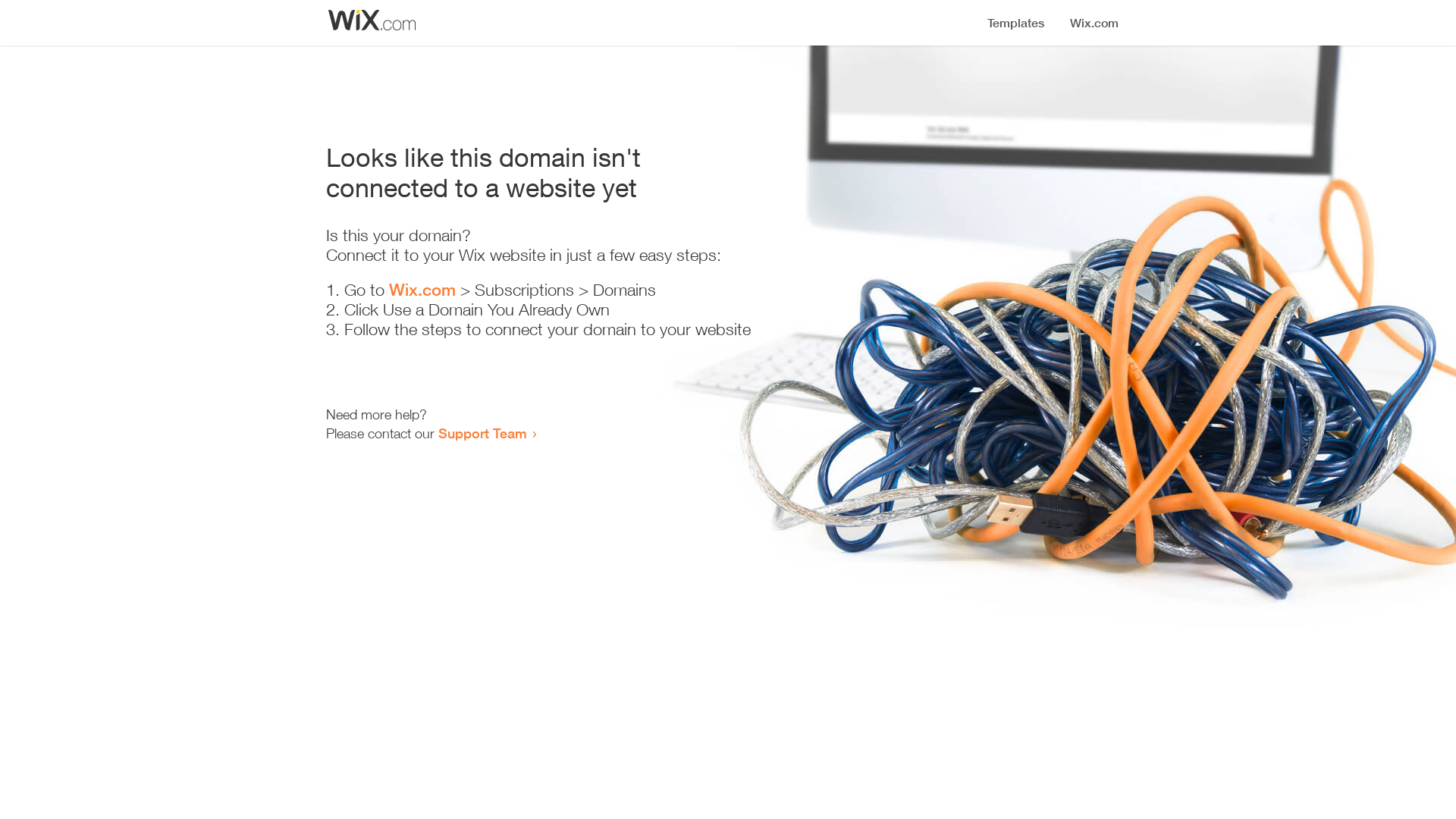 Image resolution: width=1456 pixels, height=819 pixels. Describe the element at coordinates (482, 432) in the screenshot. I see `'Support Team'` at that location.